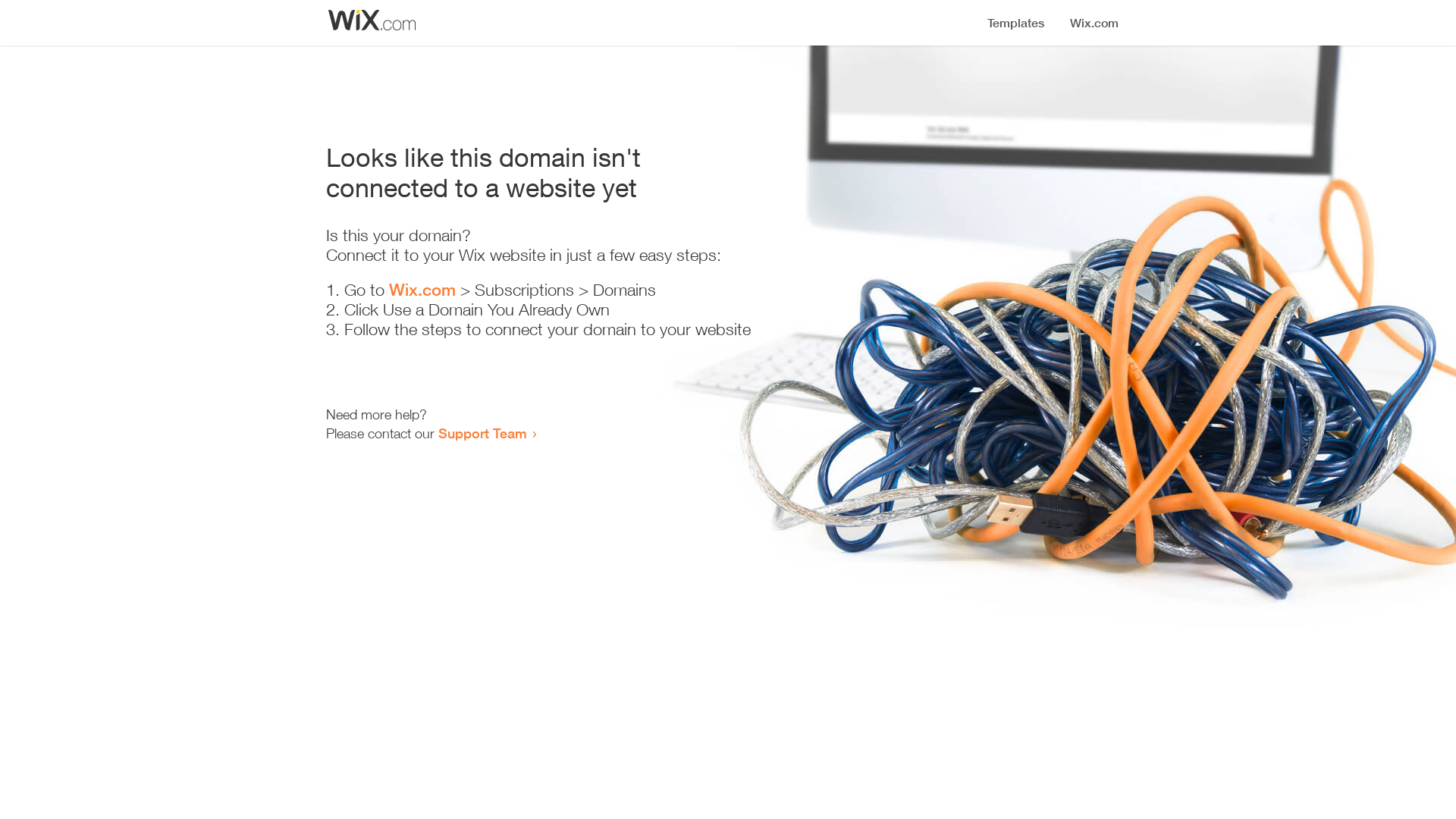 Image resolution: width=1456 pixels, height=819 pixels. Describe the element at coordinates (482, 432) in the screenshot. I see `'Support Team'` at that location.